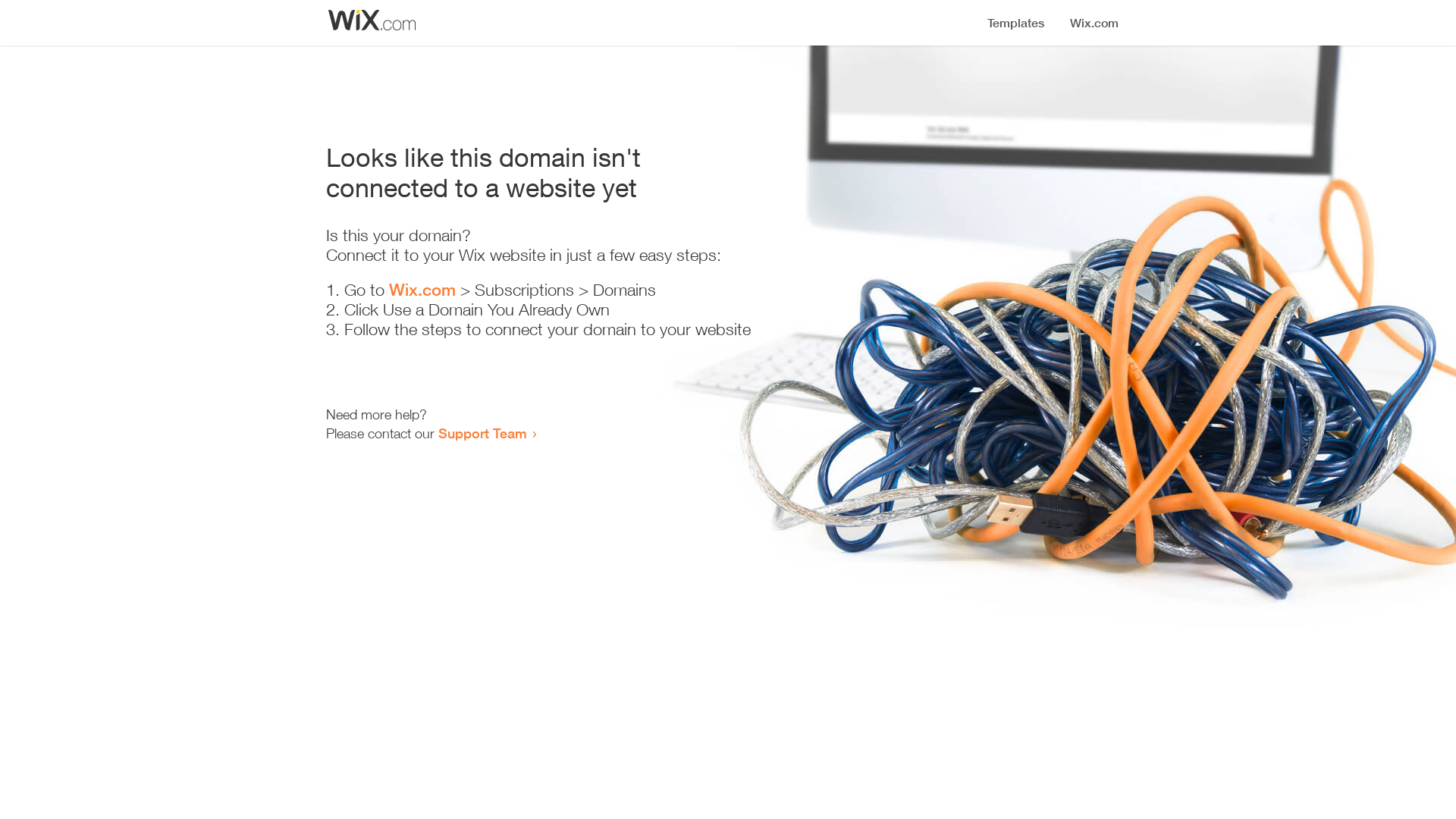 Image resolution: width=1456 pixels, height=819 pixels. Describe the element at coordinates (482, 432) in the screenshot. I see `'Support Team'` at that location.